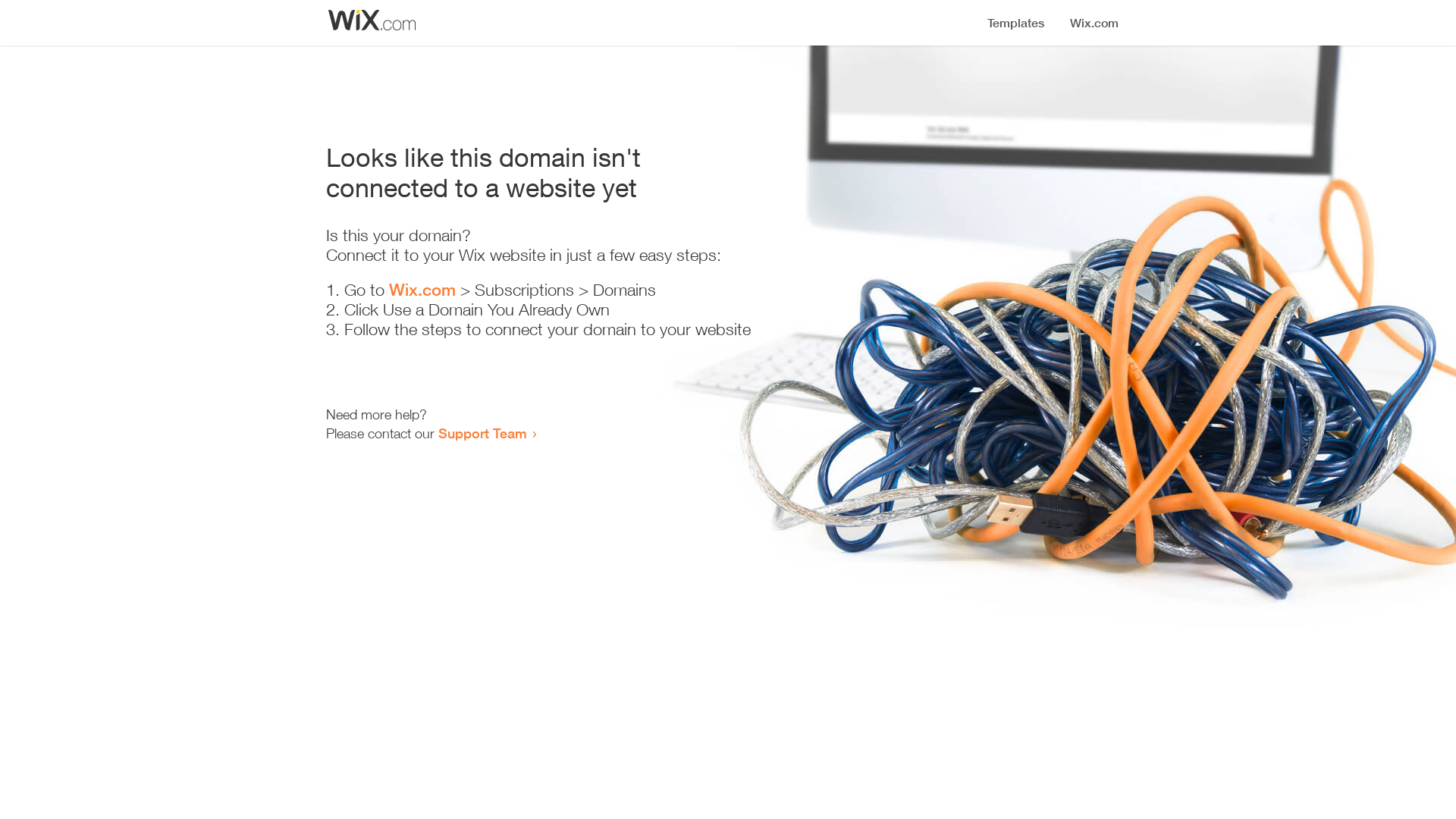 Image resolution: width=1456 pixels, height=819 pixels. Describe the element at coordinates (482, 432) in the screenshot. I see `'Support Team'` at that location.